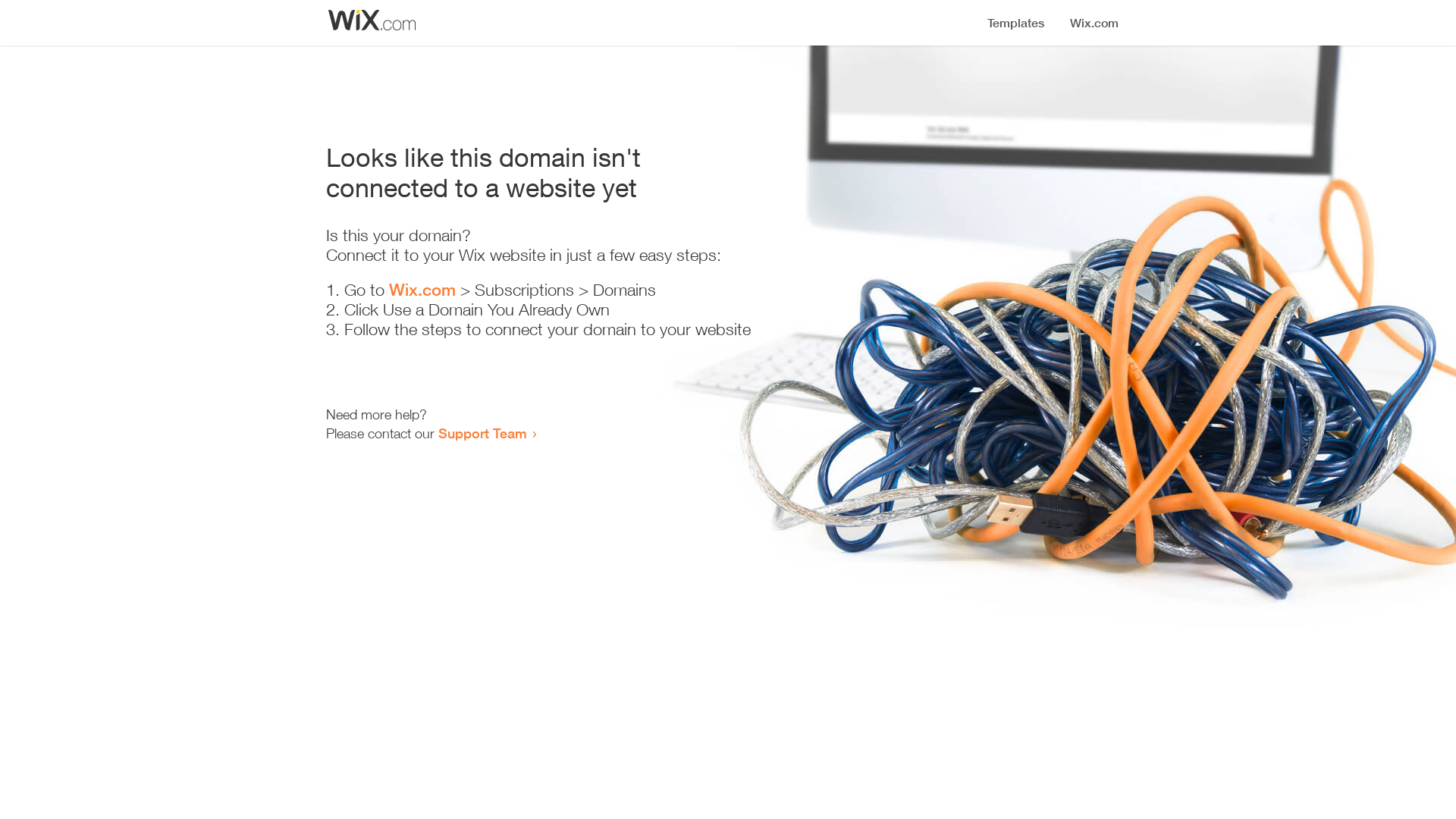 Image resolution: width=1456 pixels, height=819 pixels. Describe the element at coordinates (482, 432) in the screenshot. I see `'Support Team'` at that location.